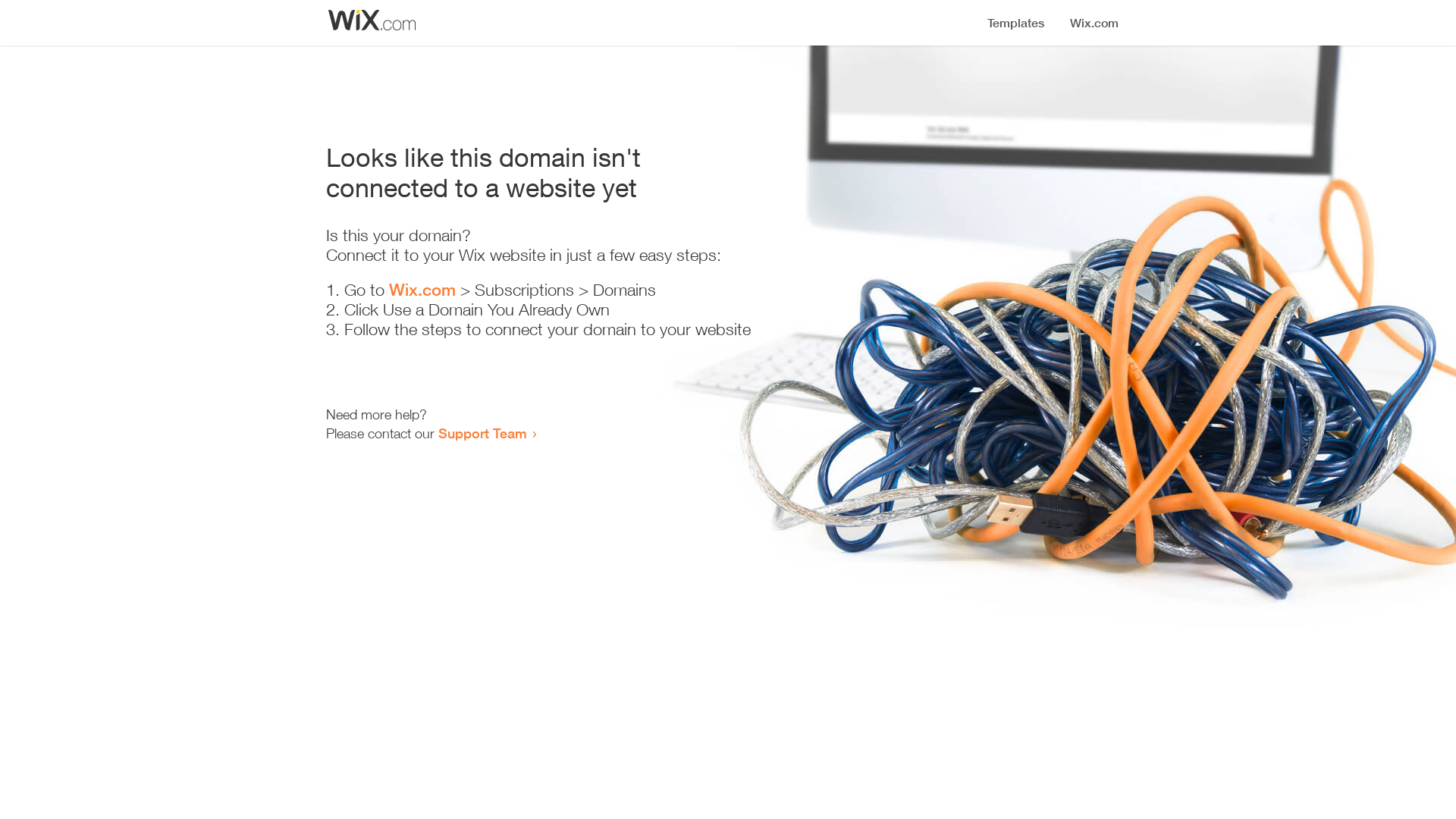 Image resolution: width=1456 pixels, height=819 pixels. Describe the element at coordinates (482, 432) in the screenshot. I see `'Support Team'` at that location.